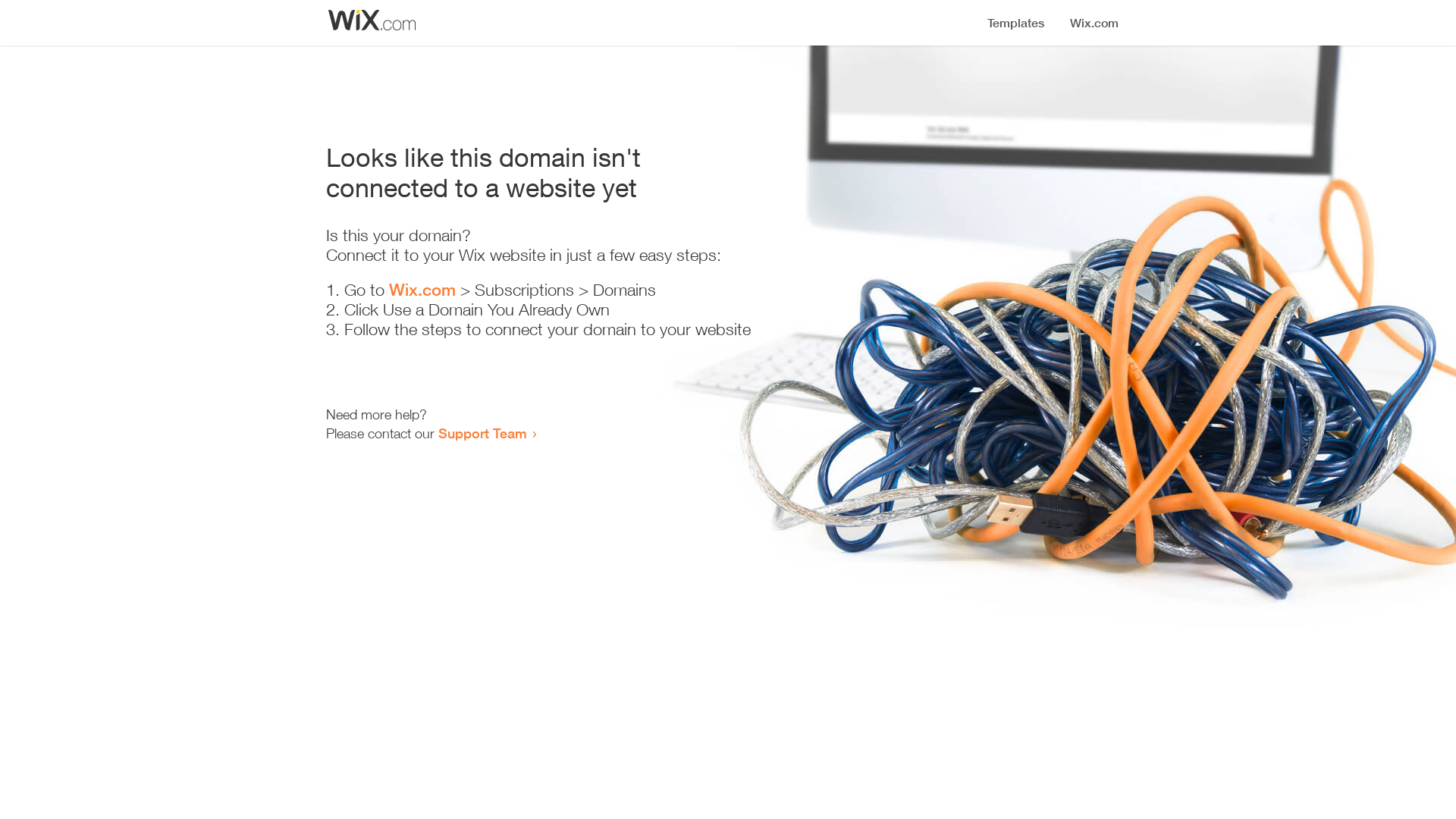 Image resolution: width=1456 pixels, height=819 pixels. Describe the element at coordinates (482, 432) in the screenshot. I see `'Support Team'` at that location.